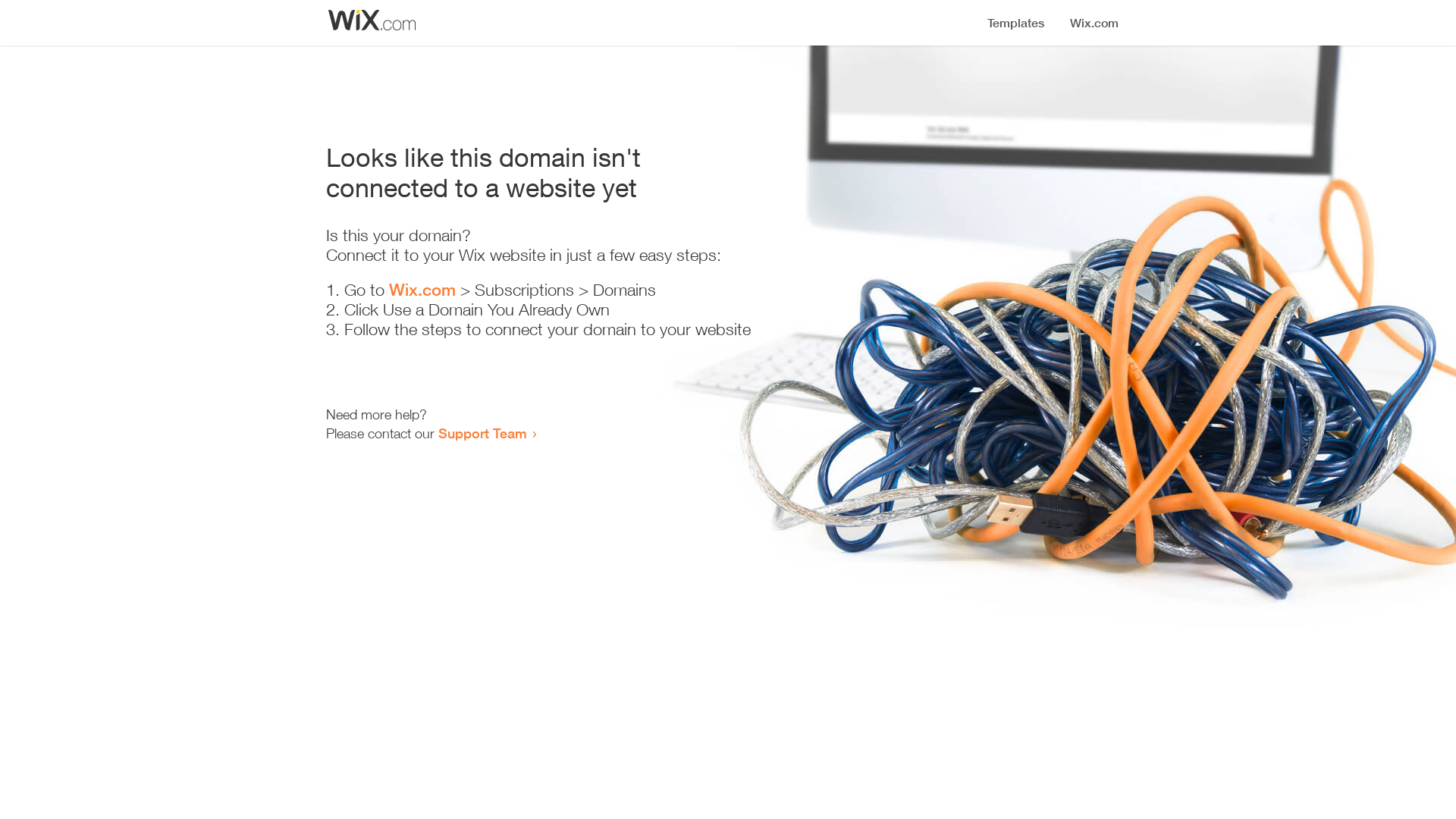 Image resolution: width=1456 pixels, height=819 pixels. Describe the element at coordinates (482, 432) in the screenshot. I see `'Support Team'` at that location.